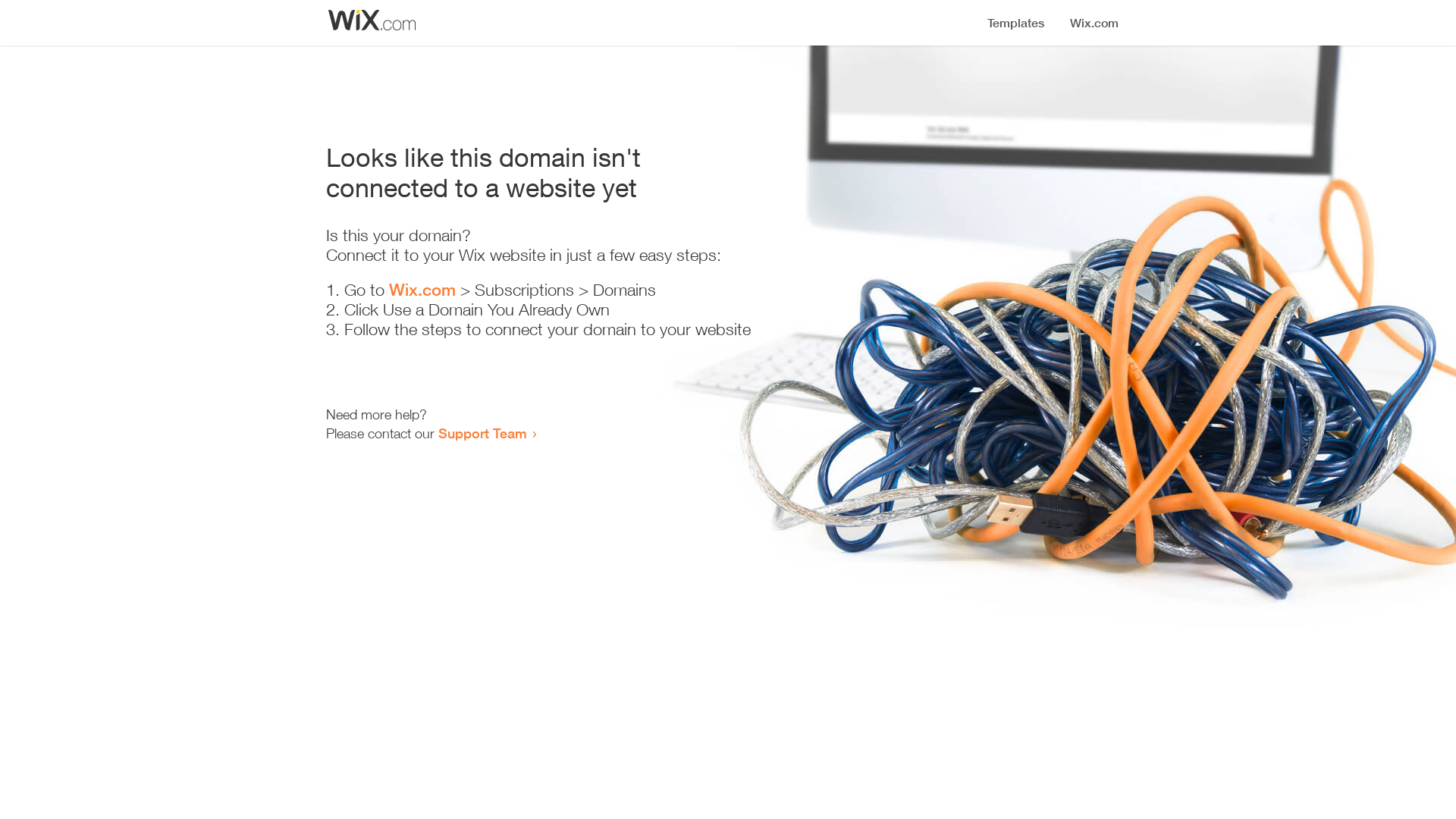 Image resolution: width=1456 pixels, height=819 pixels. Describe the element at coordinates (482, 432) in the screenshot. I see `'Support Team'` at that location.